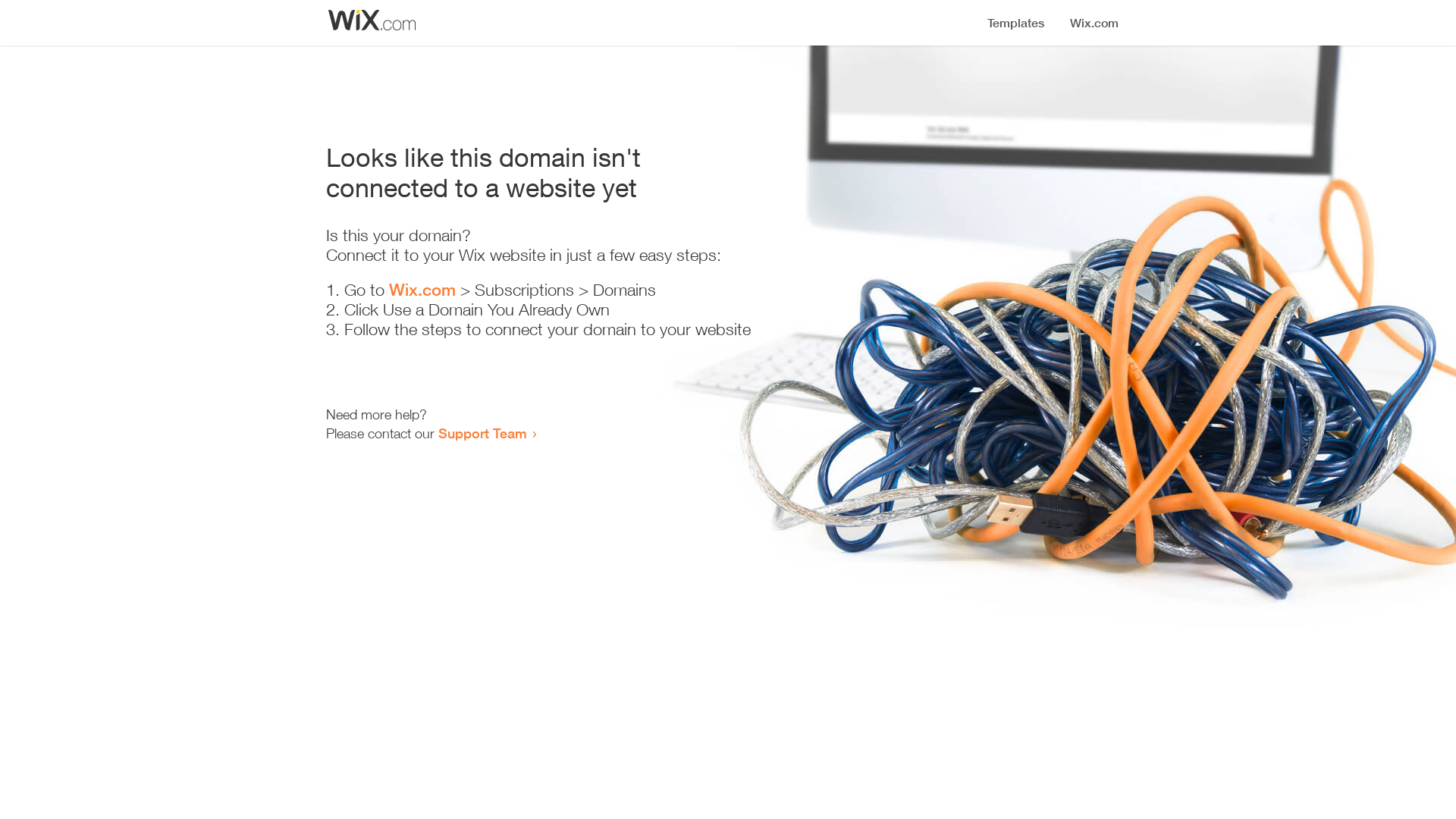 Image resolution: width=1456 pixels, height=819 pixels. Describe the element at coordinates (482, 432) in the screenshot. I see `'Support Team'` at that location.